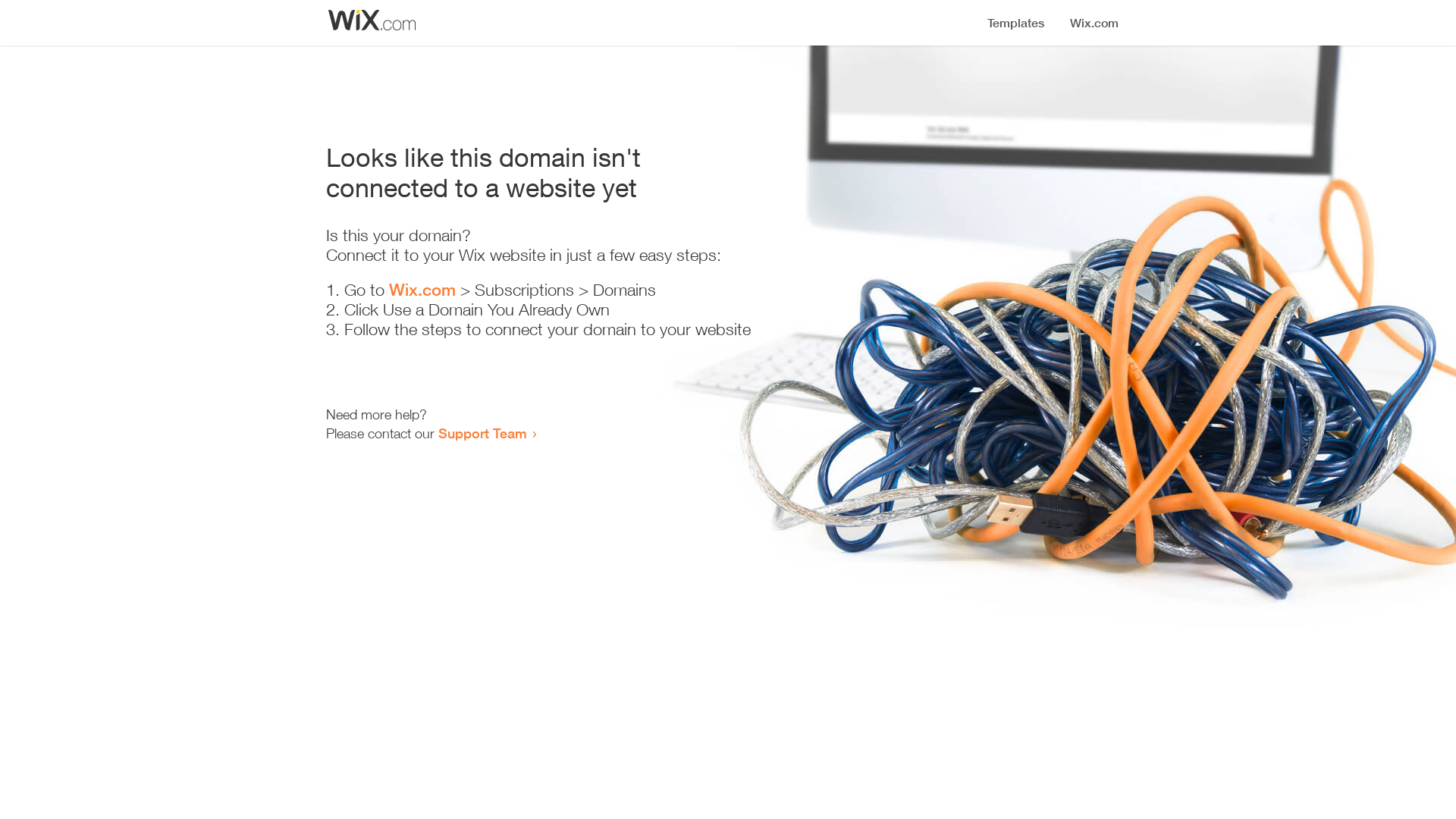 Image resolution: width=1456 pixels, height=819 pixels. Describe the element at coordinates (482, 432) in the screenshot. I see `'Support Team'` at that location.